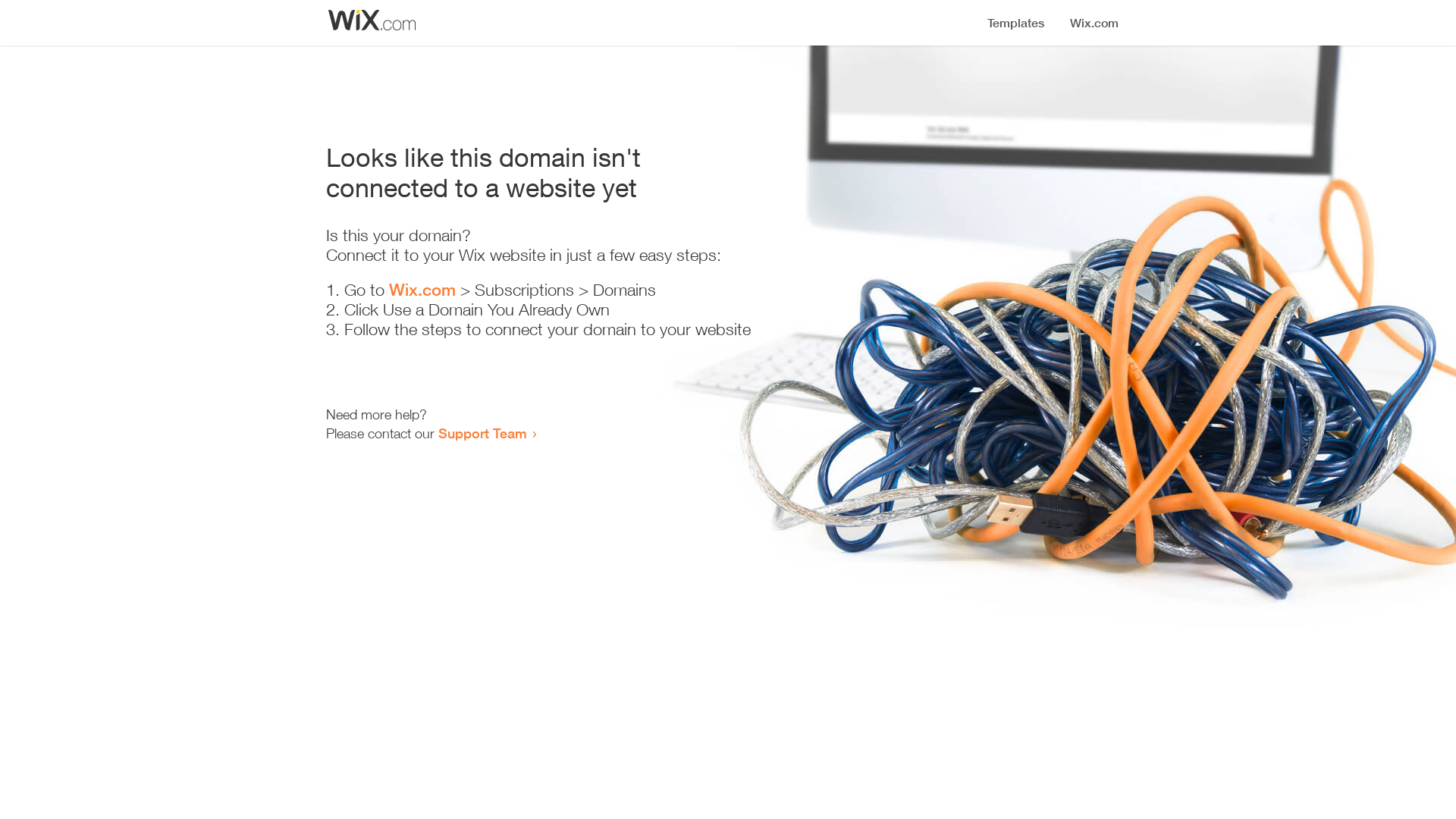 Image resolution: width=1456 pixels, height=819 pixels. Describe the element at coordinates (482, 432) in the screenshot. I see `'Support Team'` at that location.